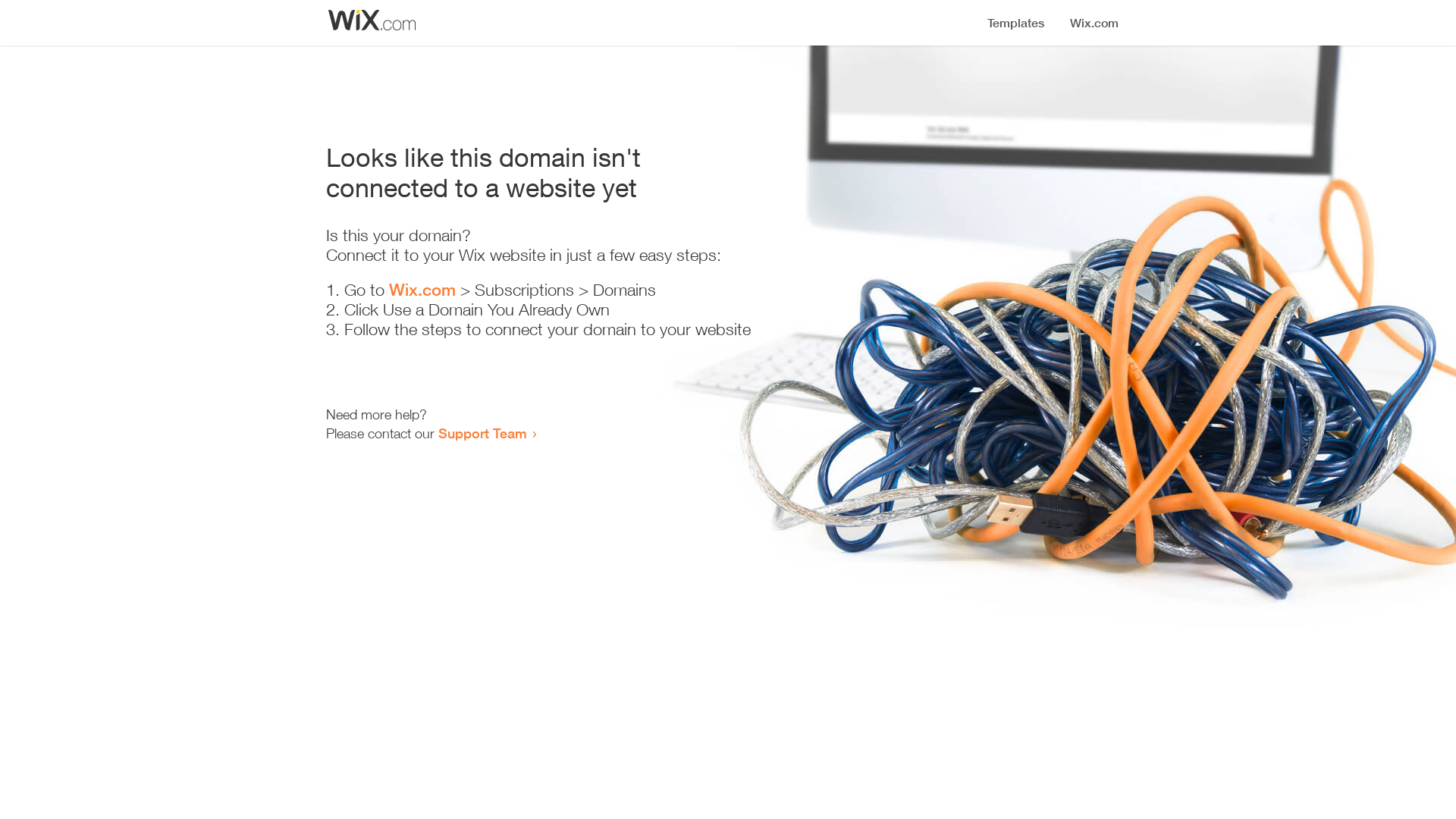 Image resolution: width=1456 pixels, height=819 pixels. Describe the element at coordinates (482, 432) in the screenshot. I see `'Support Team'` at that location.